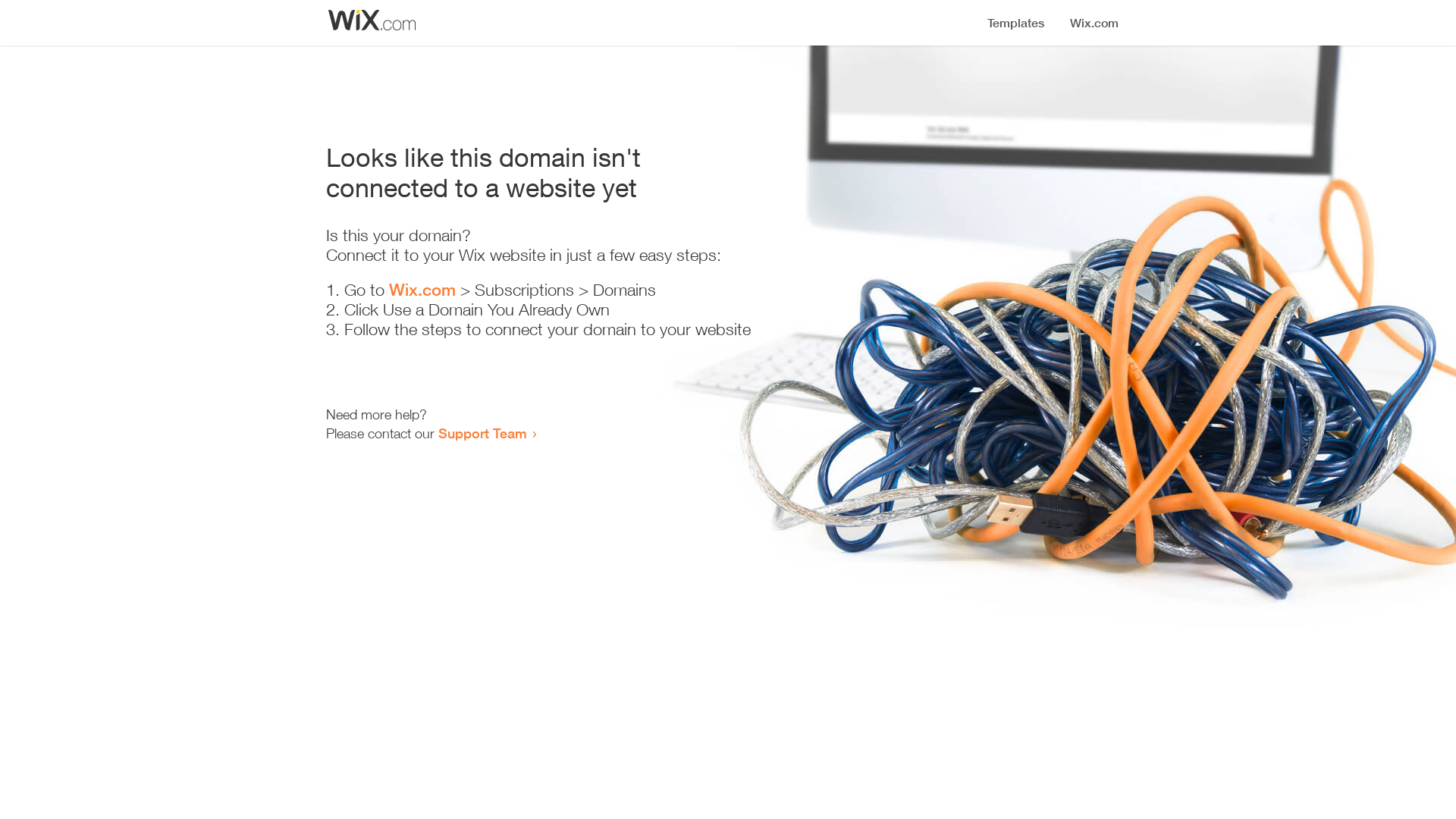 Image resolution: width=1456 pixels, height=819 pixels. Describe the element at coordinates (482, 432) in the screenshot. I see `'Support Team'` at that location.